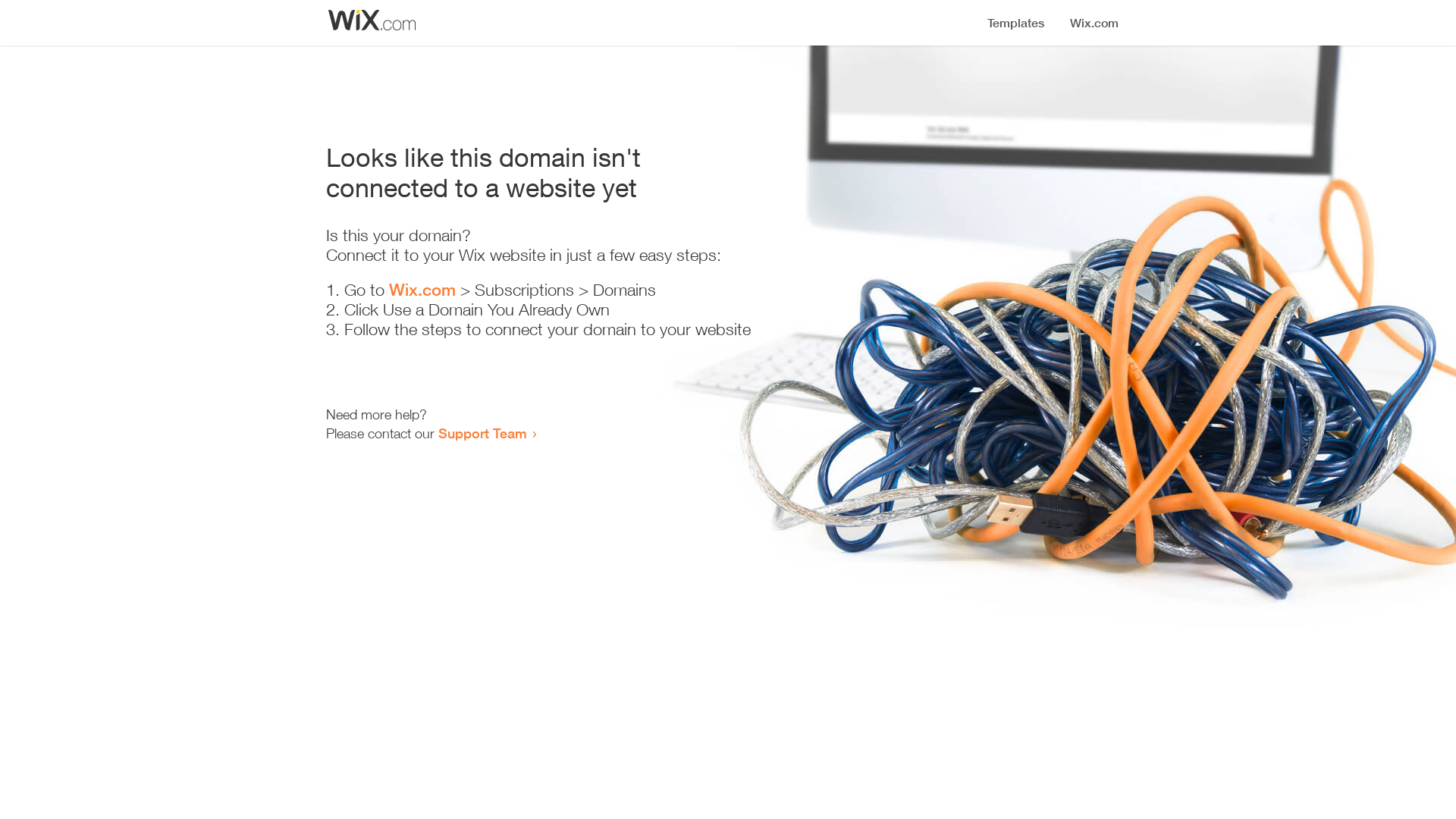 Image resolution: width=1456 pixels, height=819 pixels. Describe the element at coordinates (482, 432) in the screenshot. I see `'Support Team'` at that location.